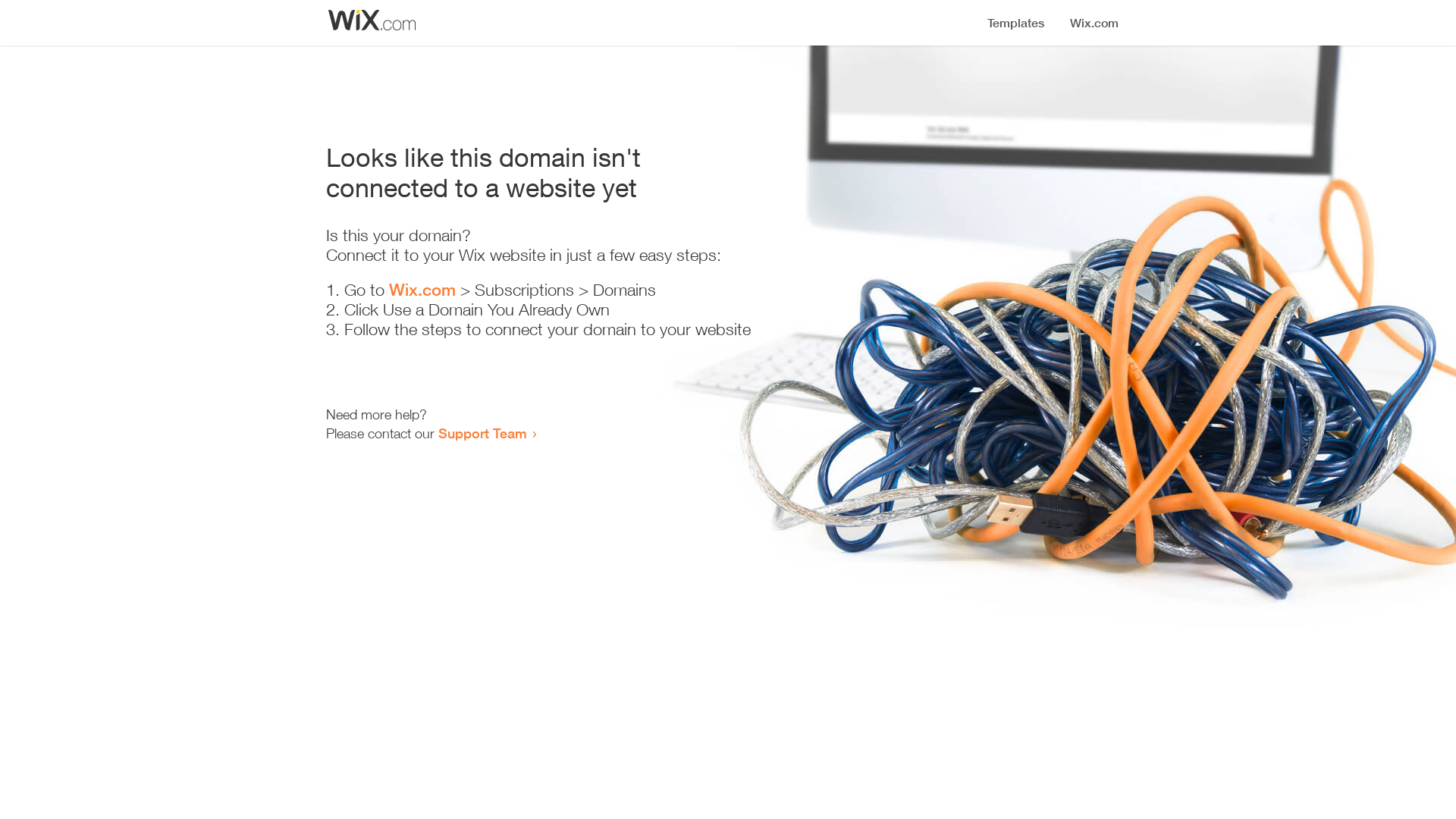 Image resolution: width=1456 pixels, height=819 pixels. Describe the element at coordinates (482, 432) in the screenshot. I see `'Support Team'` at that location.